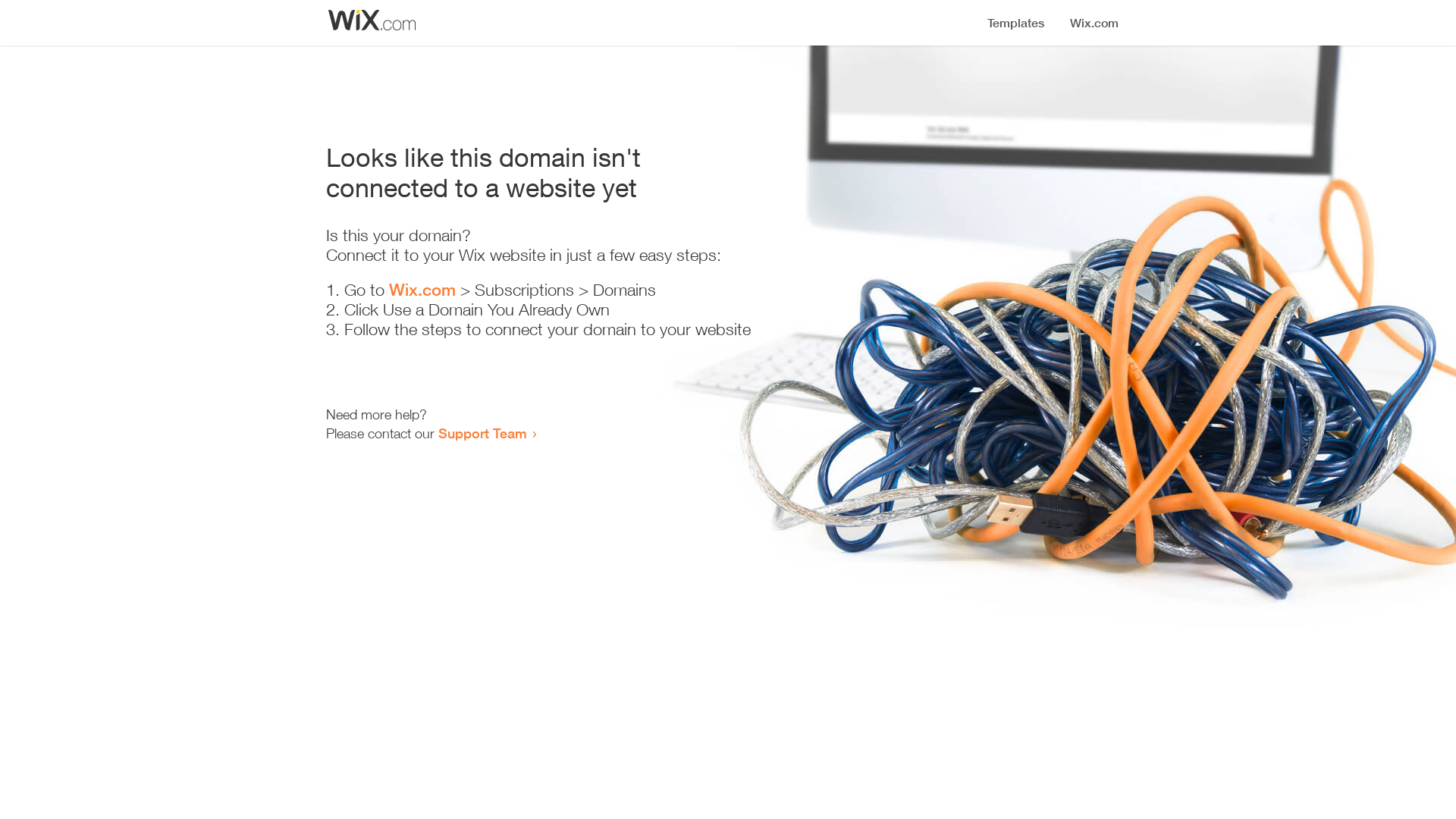 Image resolution: width=1456 pixels, height=819 pixels. Describe the element at coordinates (482, 432) in the screenshot. I see `'Support Team'` at that location.